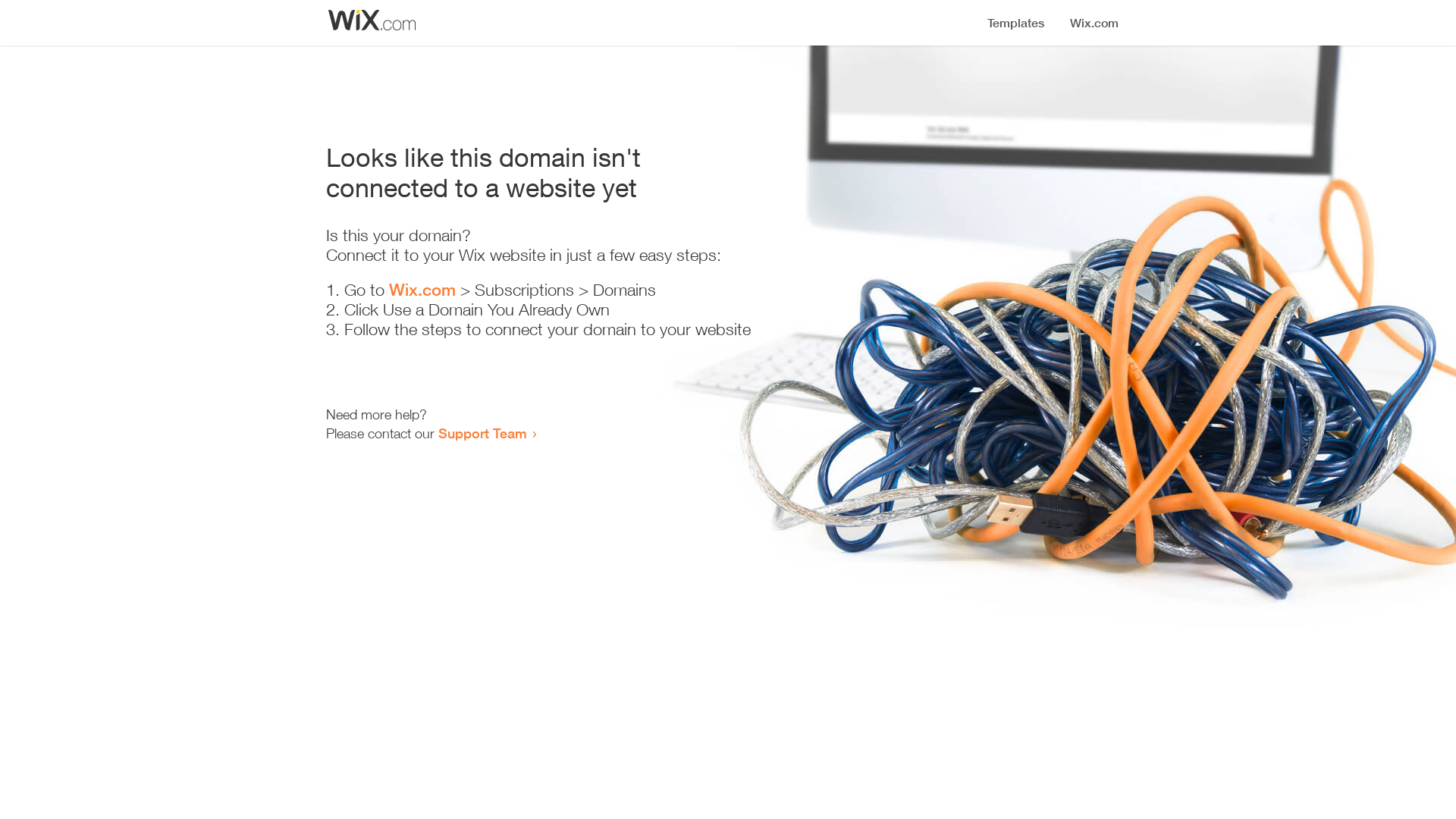 Image resolution: width=1456 pixels, height=819 pixels. Describe the element at coordinates (482, 432) in the screenshot. I see `'Support Team'` at that location.